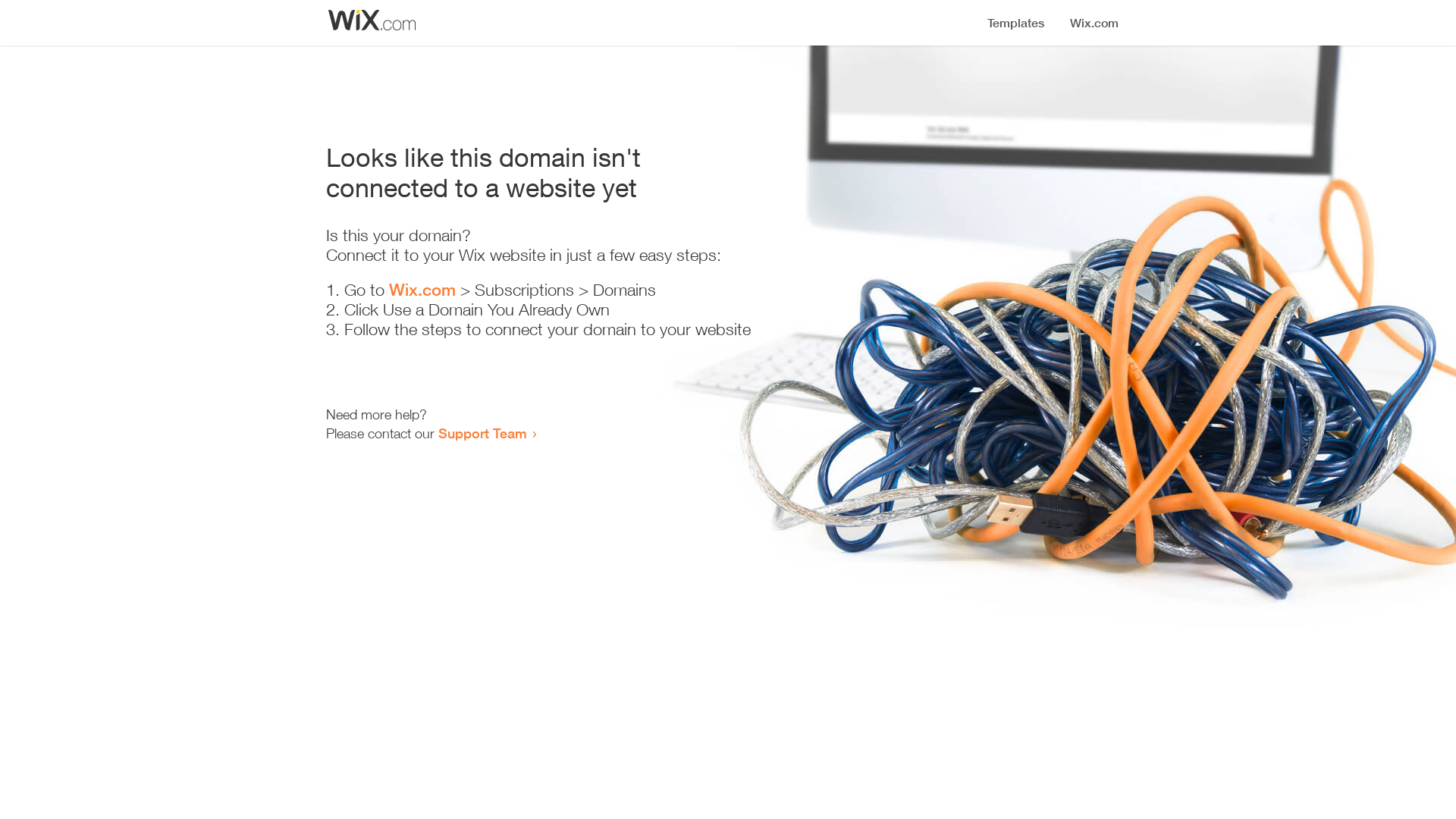 Image resolution: width=1456 pixels, height=819 pixels. Describe the element at coordinates (482, 432) in the screenshot. I see `'Support Team'` at that location.